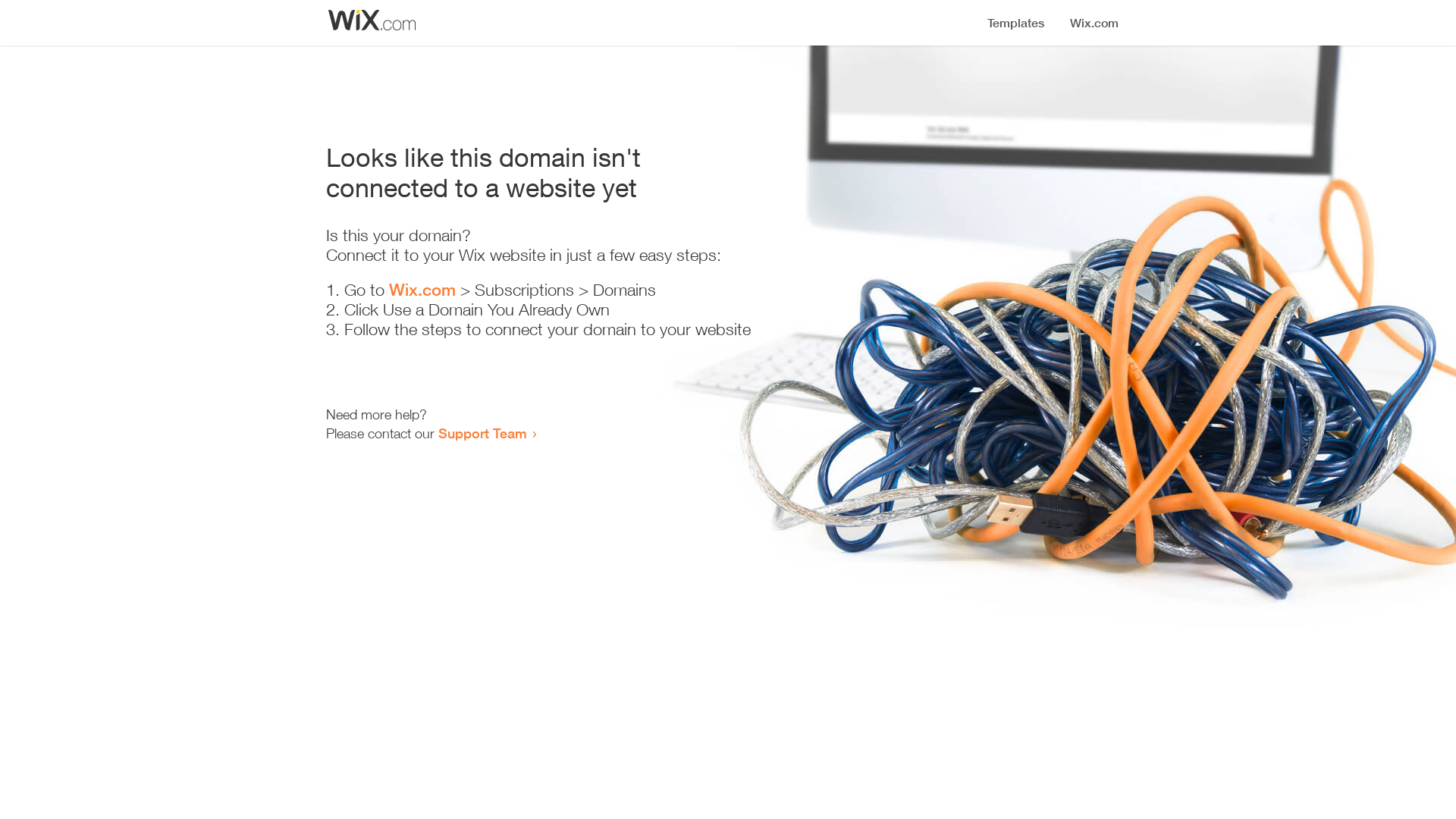 Image resolution: width=1456 pixels, height=819 pixels. Describe the element at coordinates (482, 432) in the screenshot. I see `'Support Team'` at that location.